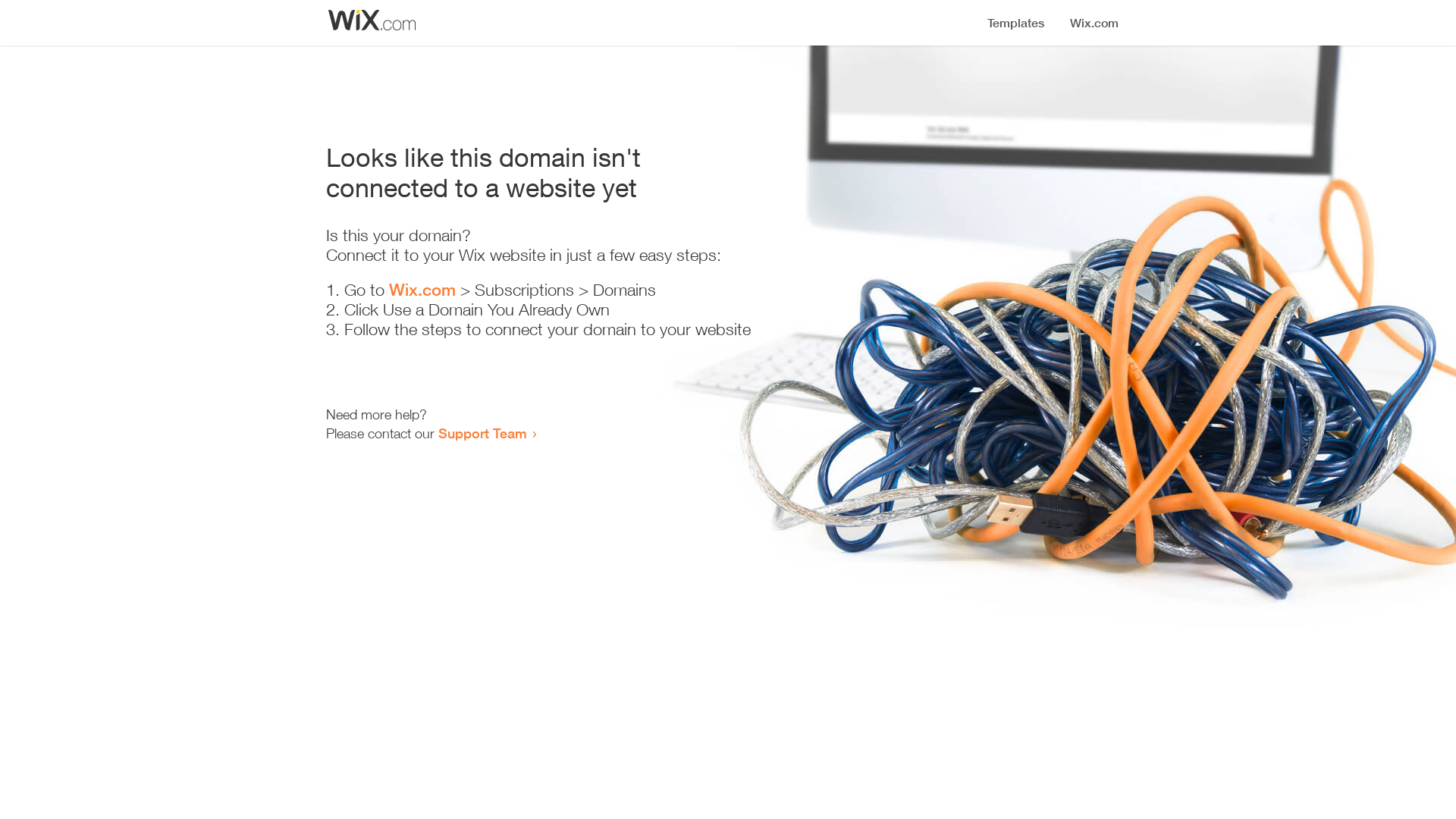 Image resolution: width=1456 pixels, height=819 pixels. Describe the element at coordinates (482, 432) in the screenshot. I see `'Support Team'` at that location.